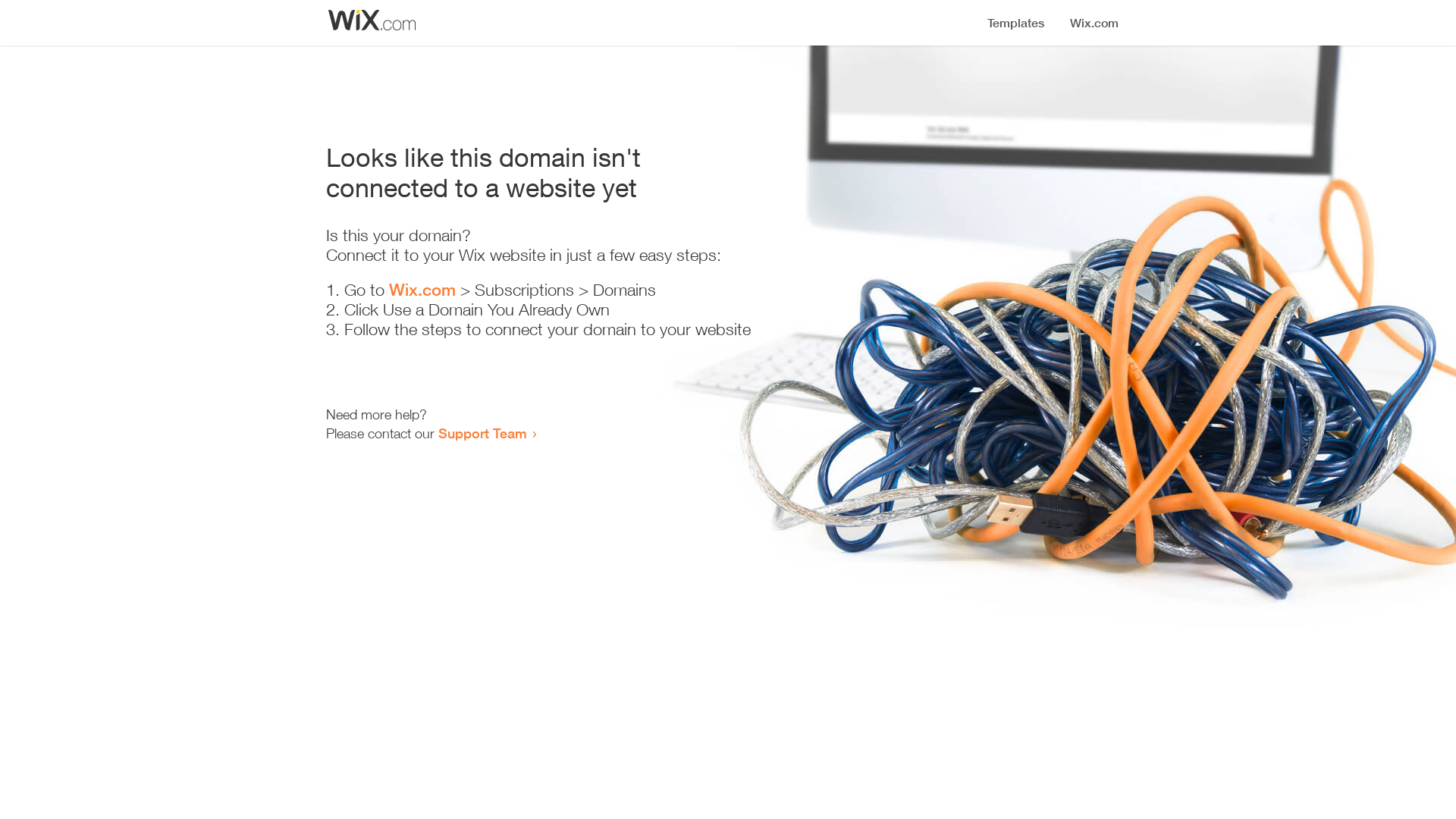 Image resolution: width=1456 pixels, height=819 pixels. Describe the element at coordinates (482, 432) in the screenshot. I see `'Support Team'` at that location.